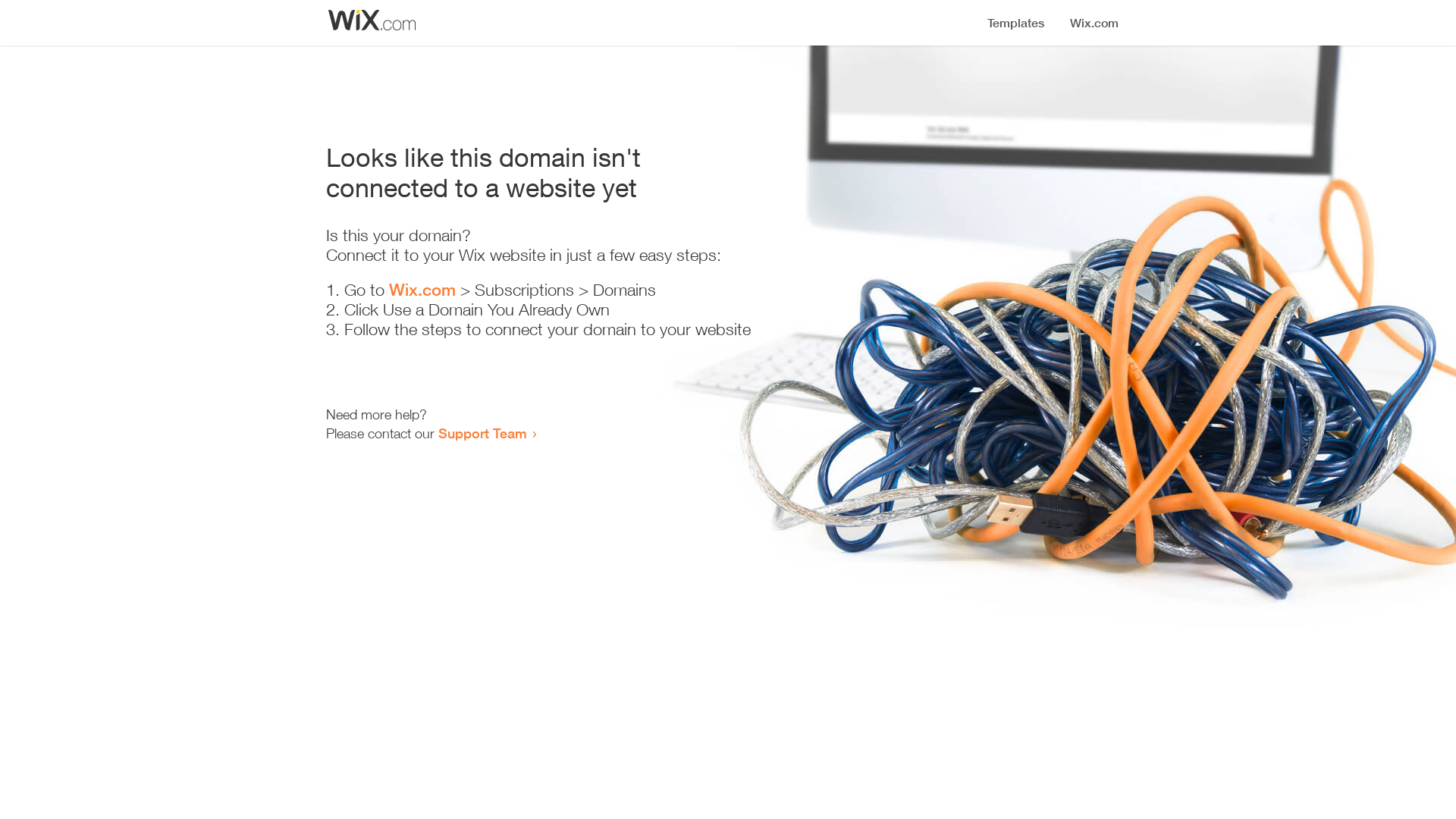 Image resolution: width=1456 pixels, height=819 pixels. Describe the element at coordinates (482, 432) in the screenshot. I see `'Support Team'` at that location.